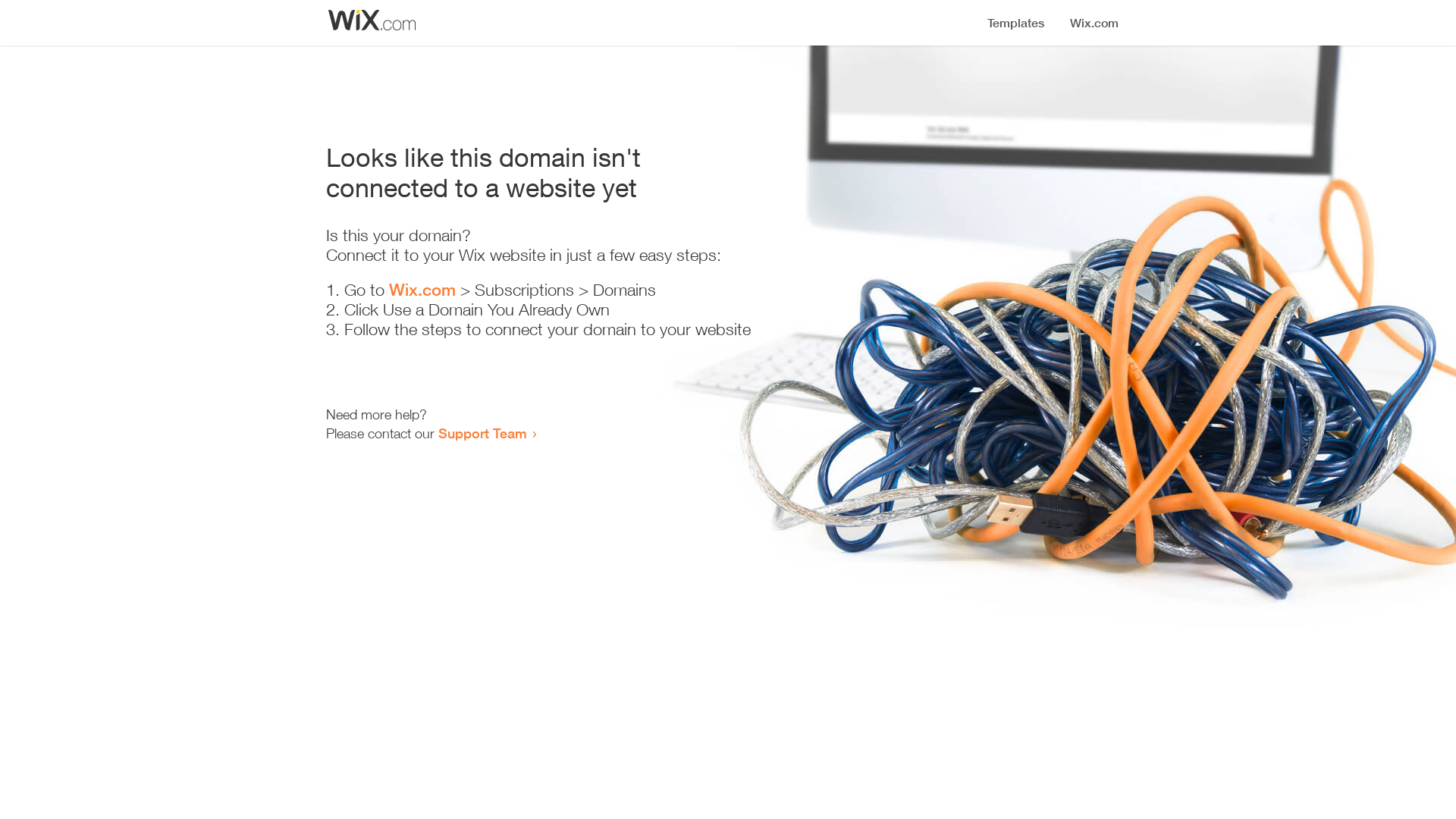 Image resolution: width=1456 pixels, height=819 pixels. Describe the element at coordinates (482, 432) in the screenshot. I see `'Support Team'` at that location.